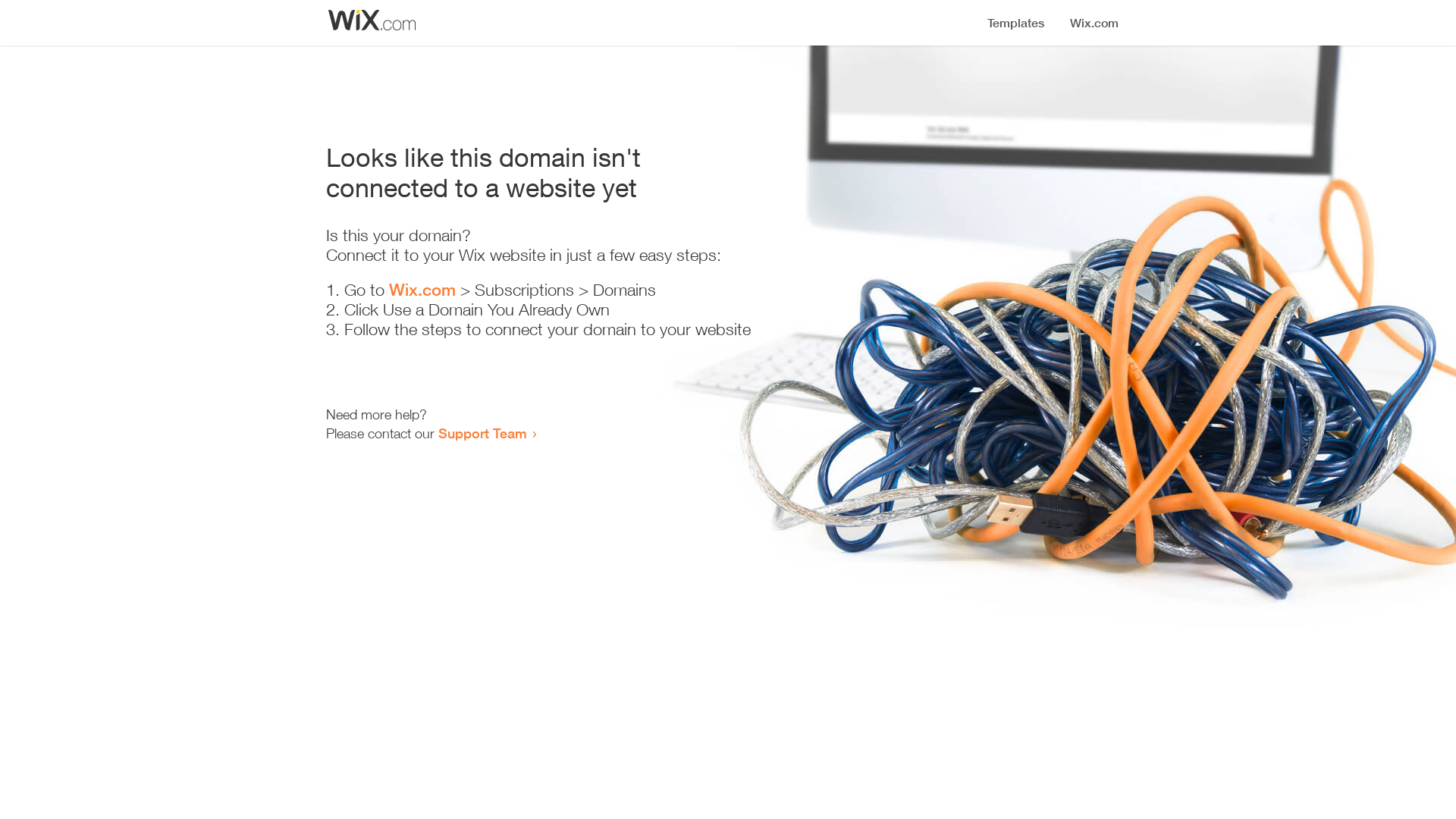 Image resolution: width=1456 pixels, height=819 pixels. Describe the element at coordinates (482, 432) in the screenshot. I see `'Support Team'` at that location.